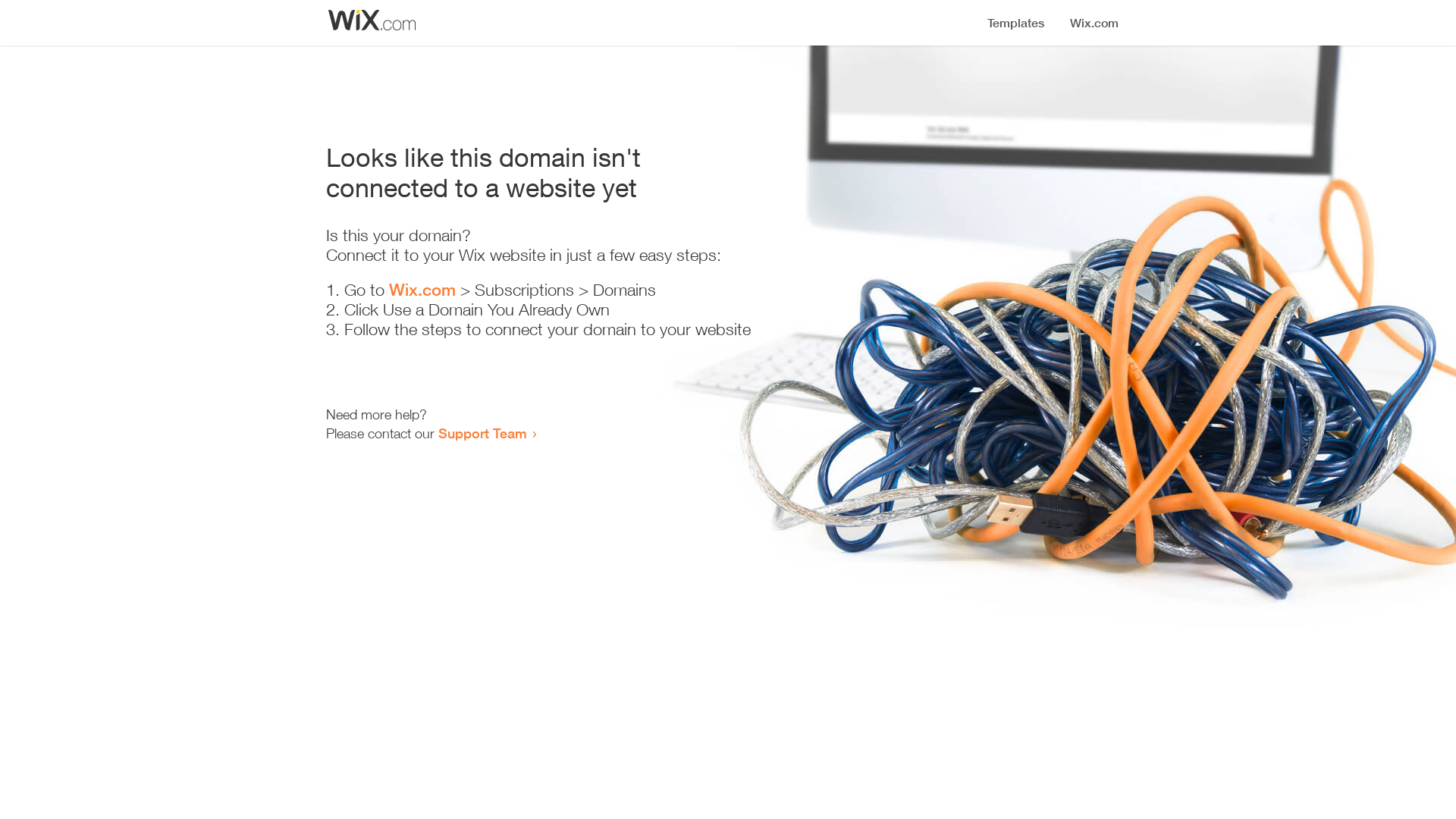 Image resolution: width=1456 pixels, height=819 pixels. Describe the element at coordinates (482, 432) in the screenshot. I see `'Support Team'` at that location.